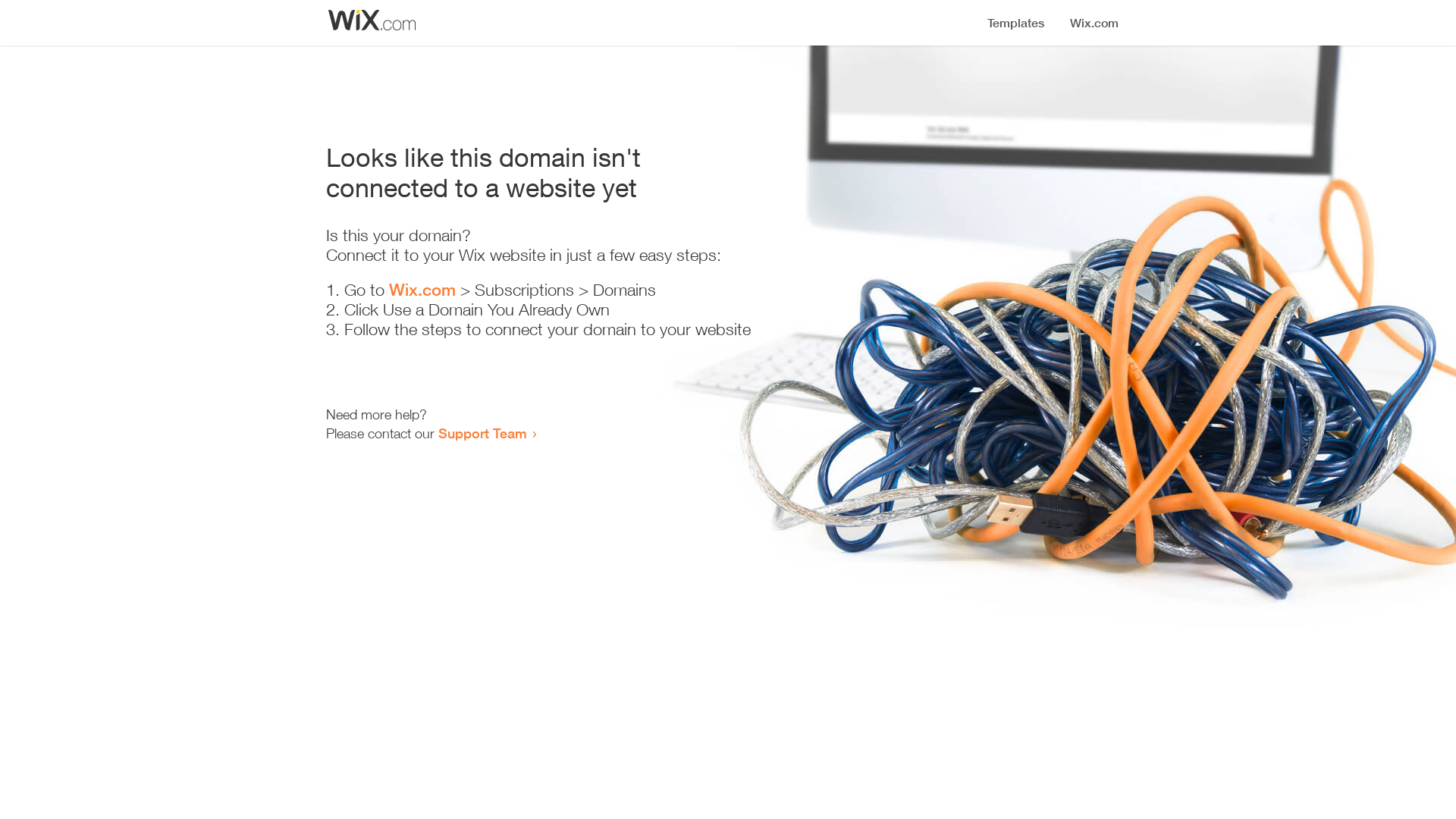 Image resolution: width=1456 pixels, height=819 pixels. Describe the element at coordinates (482, 432) in the screenshot. I see `'Support Team'` at that location.